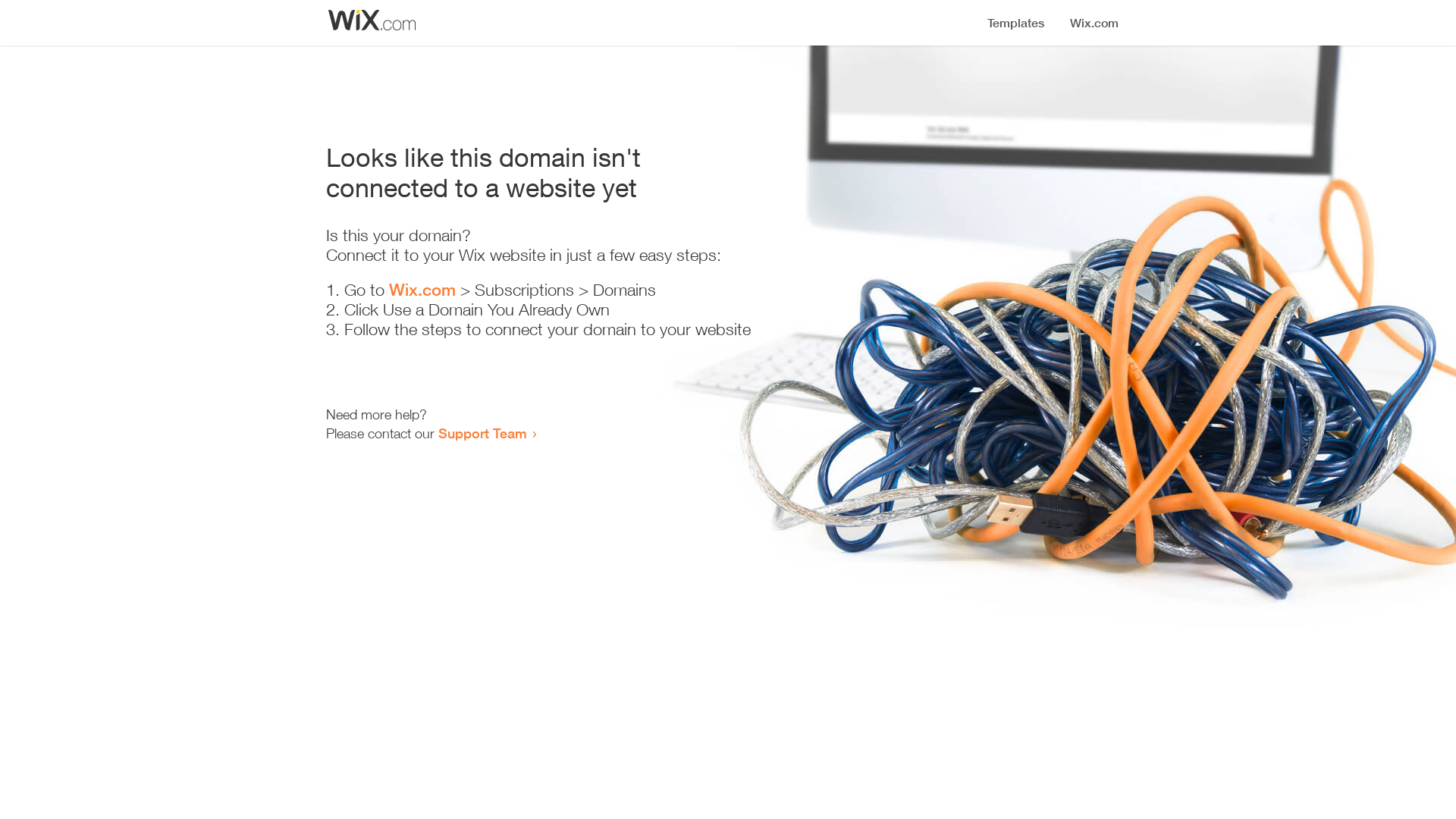 Image resolution: width=1456 pixels, height=819 pixels. Describe the element at coordinates (482, 432) in the screenshot. I see `'Support Team'` at that location.